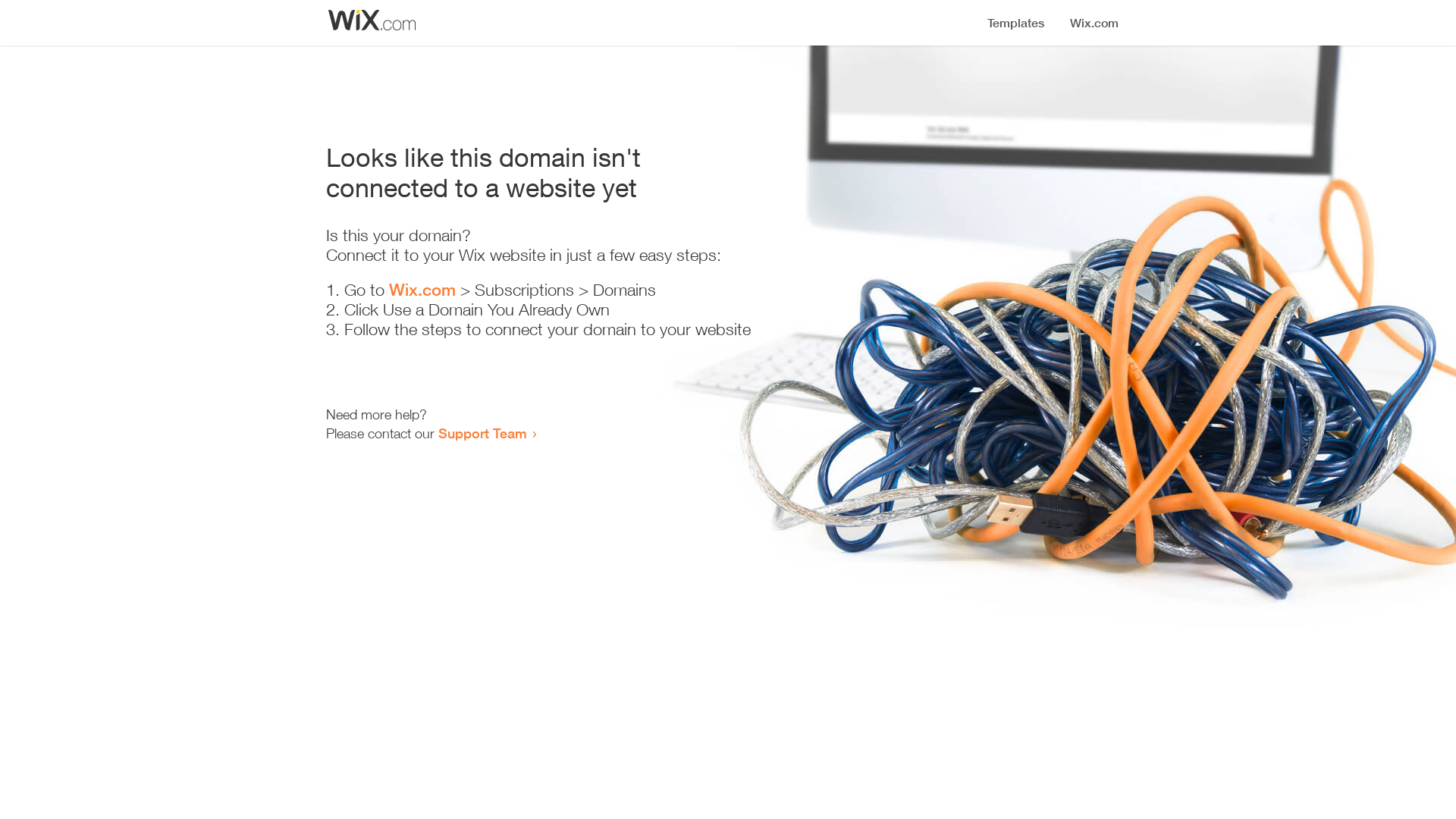 Image resolution: width=1456 pixels, height=819 pixels. Describe the element at coordinates (482, 432) in the screenshot. I see `'Support Team'` at that location.